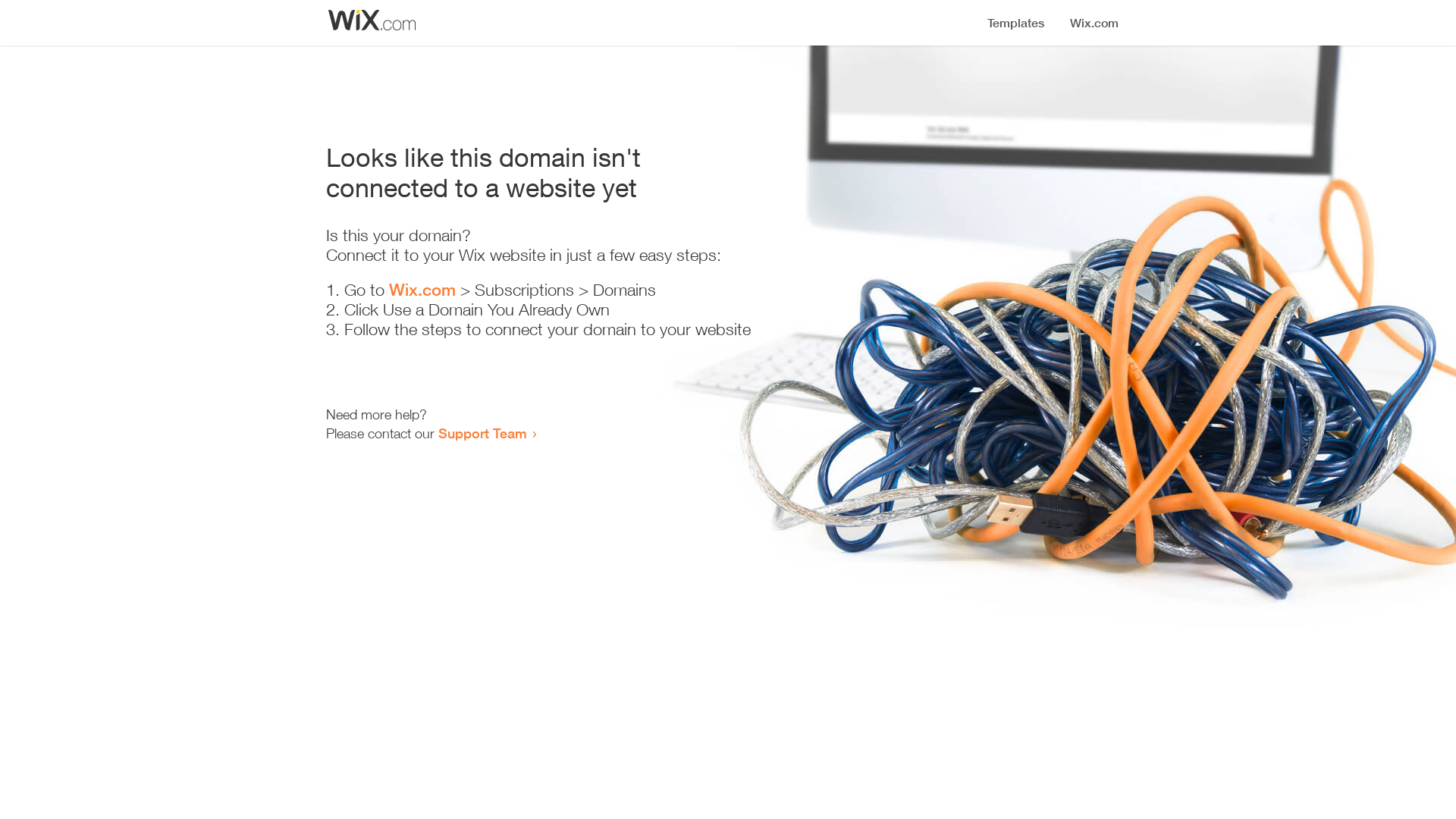 Image resolution: width=1456 pixels, height=819 pixels. Describe the element at coordinates (482, 432) in the screenshot. I see `'Support Team'` at that location.